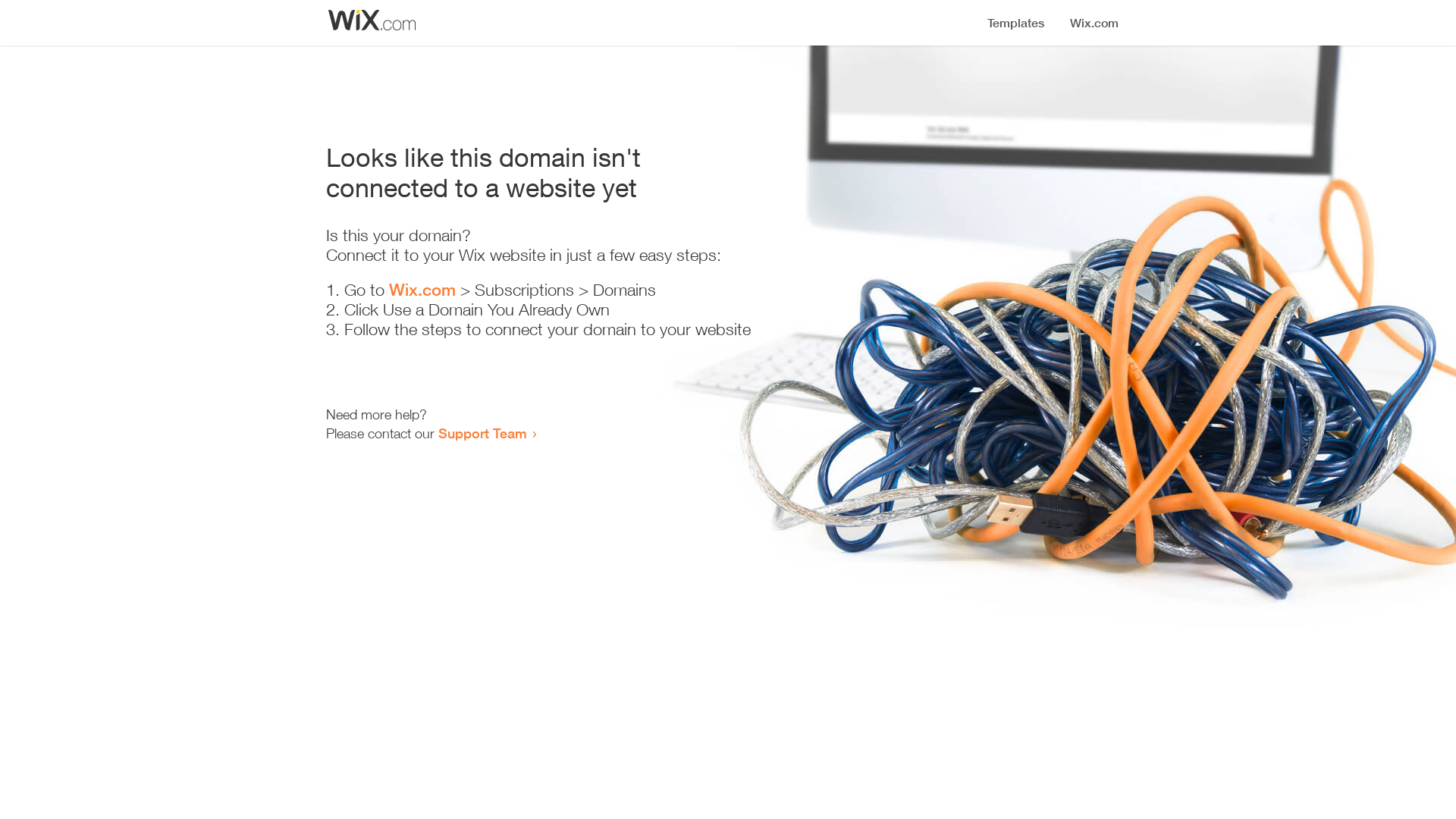 Image resolution: width=1456 pixels, height=819 pixels. Describe the element at coordinates (482, 432) in the screenshot. I see `'Support Team'` at that location.